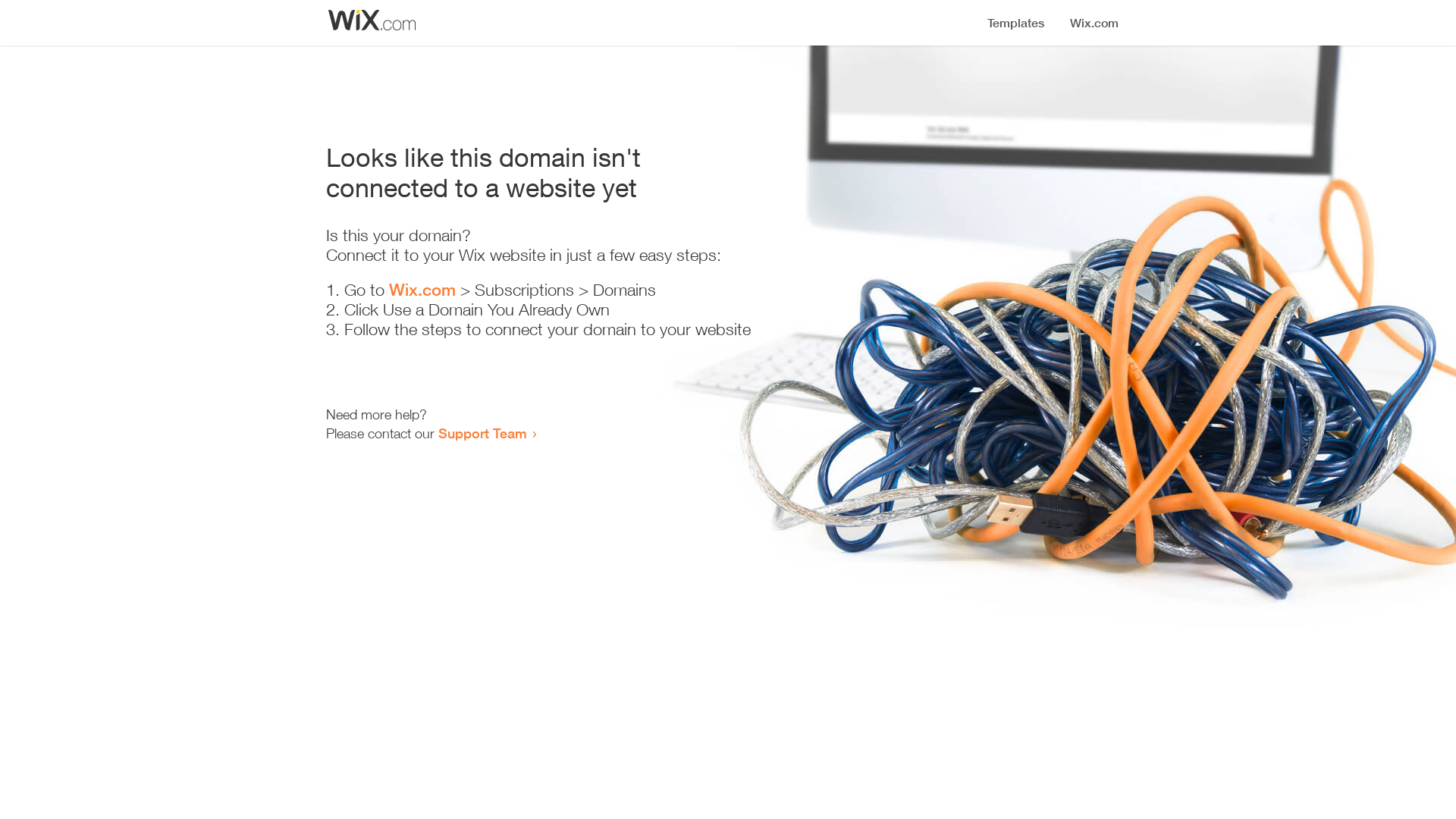 Image resolution: width=1456 pixels, height=819 pixels. Describe the element at coordinates (482, 432) in the screenshot. I see `'Support Team'` at that location.